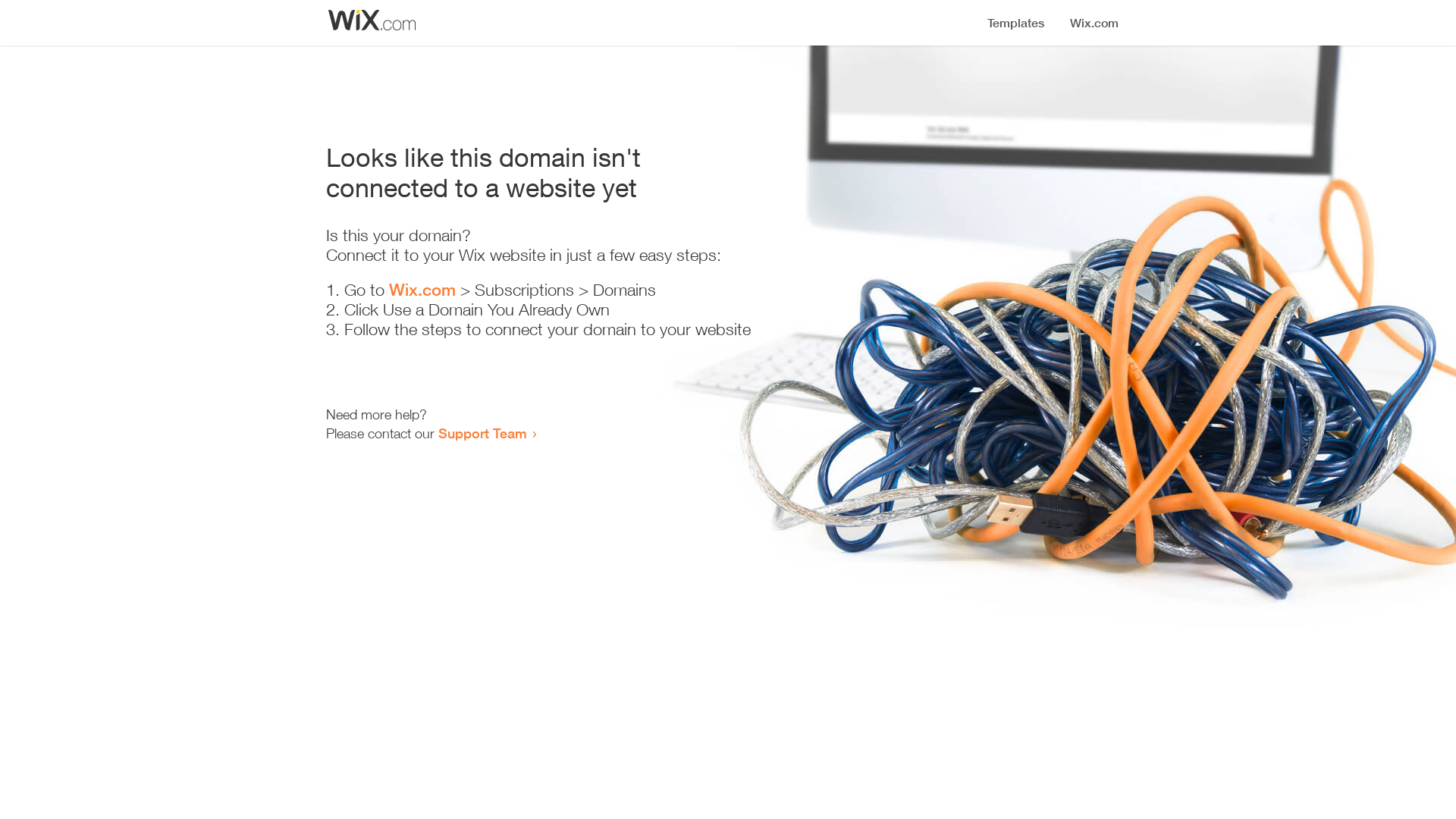 Image resolution: width=1456 pixels, height=819 pixels. Describe the element at coordinates (482, 432) in the screenshot. I see `'Support Team'` at that location.